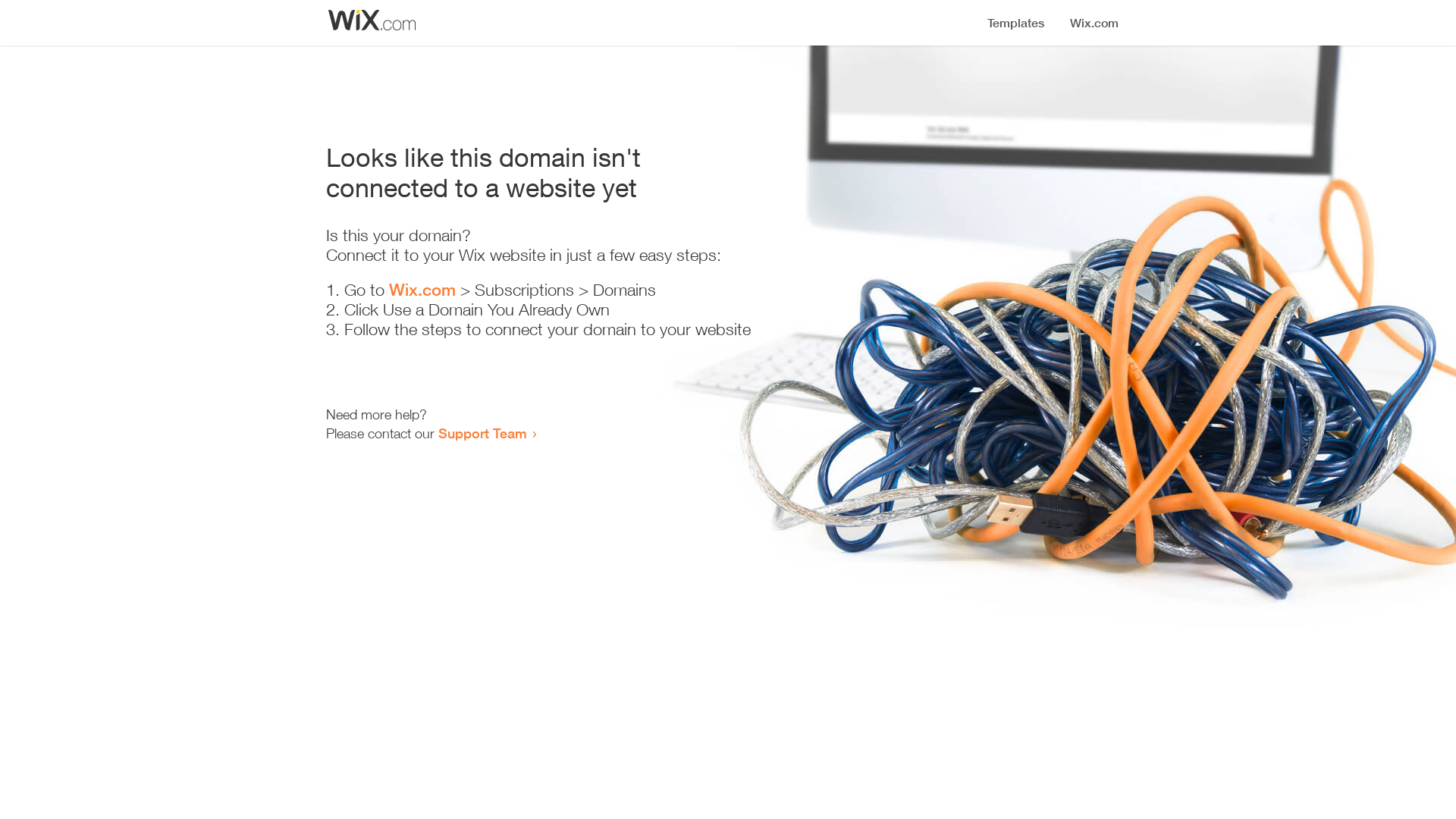 Image resolution: width=1456 pixels, height=819 pixels. Describe the element at coordinates (482, 432) in the screenshot. I see `'Support Team'` at that location.